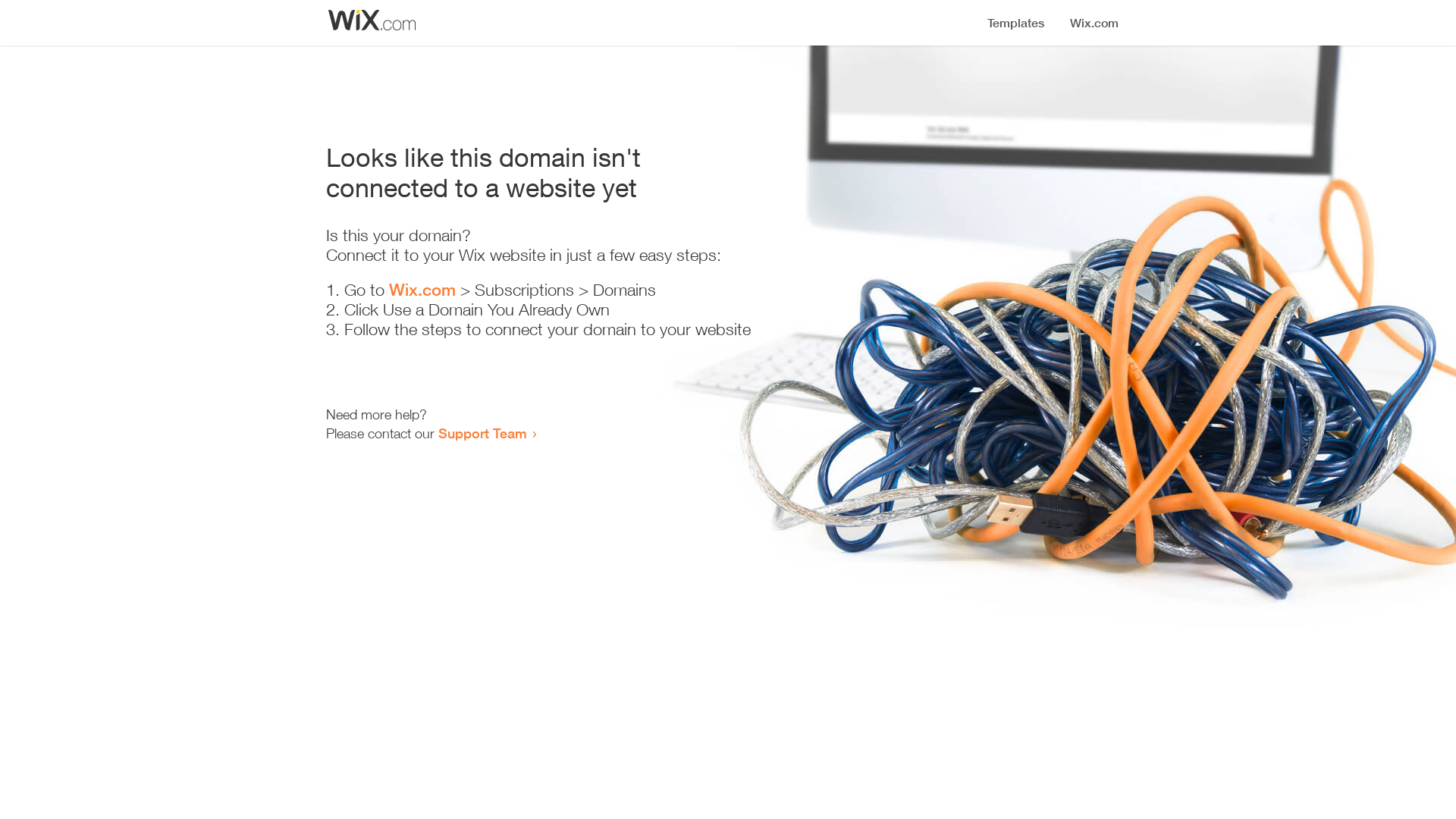 Image resolution: width=1456 pixels, height=819 pixels. Describe the element at coordinates (482, 432) in the screenshot. I see `'Support Team'` at that location.